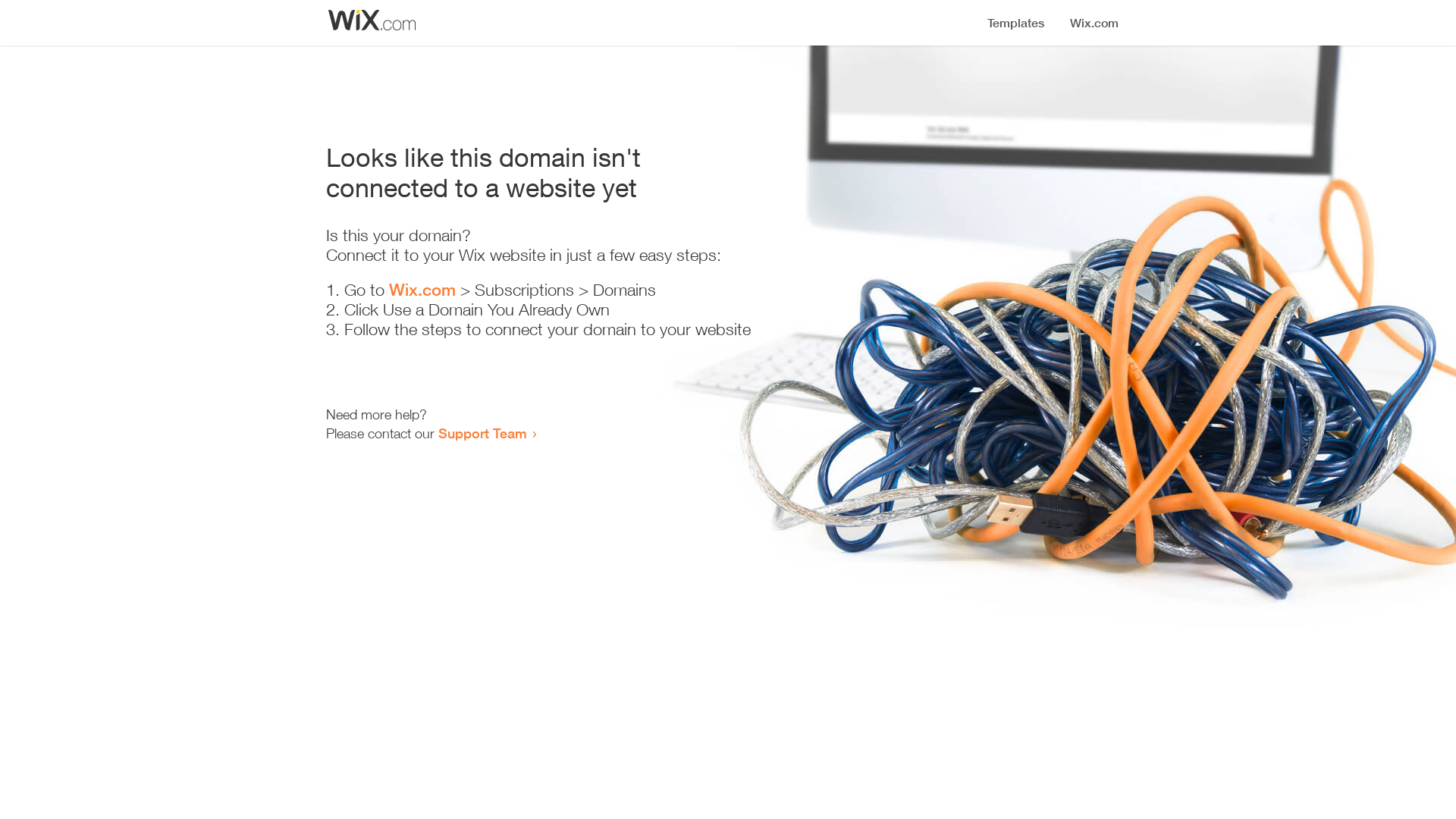 Image resolution: width=1456 pixels, height=819 pixels. Describe the element at coordinates (482, 432) in the screenshot. I see `'Support Team'` at that location.